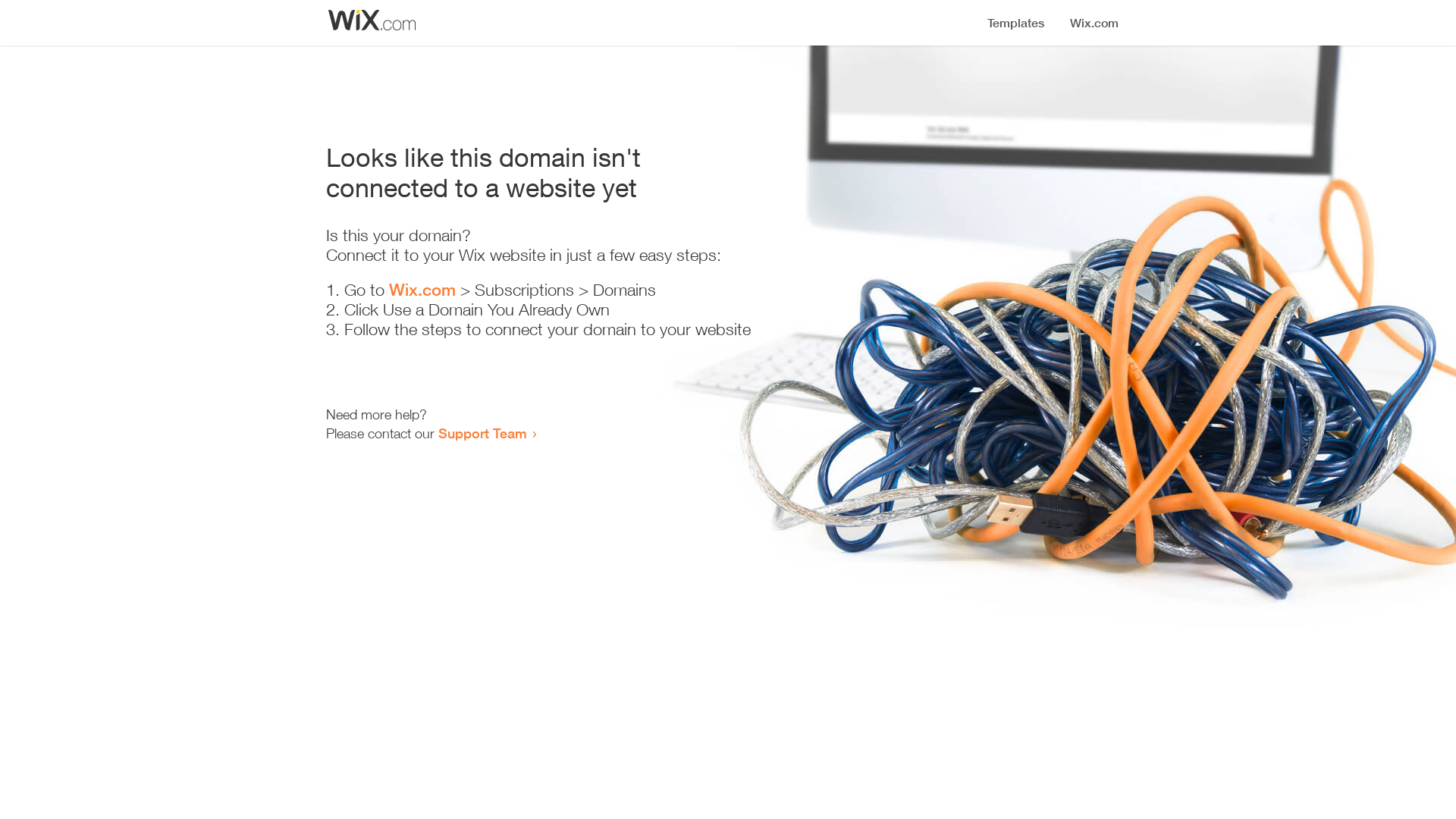 Image resolution: width=1456 pixels, height=819 pixels. Describe the element at coordinates (482, 432) in the screenshot. I see `'Support Team'` at that location.